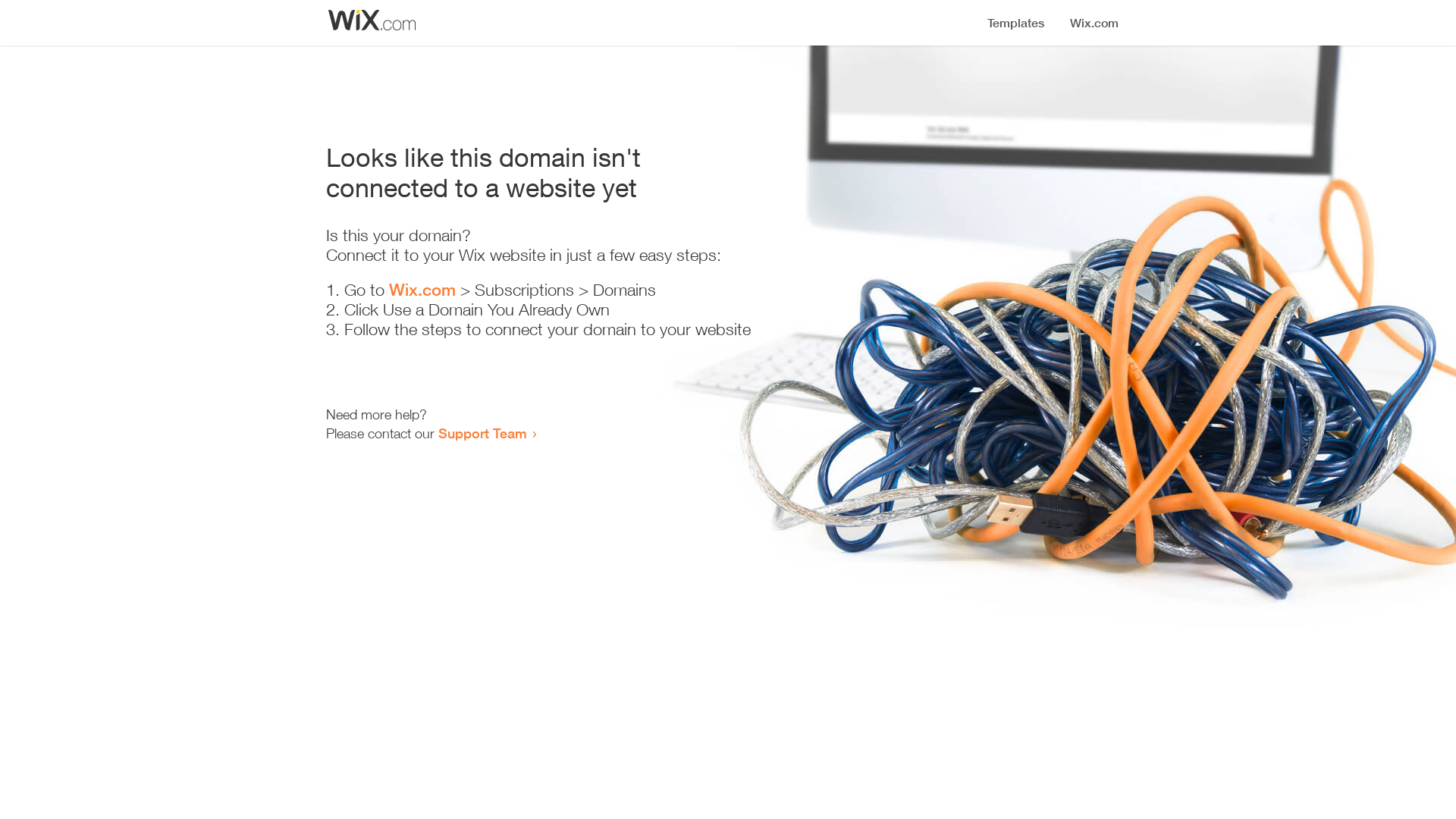 Image resolution: width=1456 pixels, height=819 pixels. Describe the element at coordinates (482, 432) in the screenshot. I see `'Support Team'` at that location.